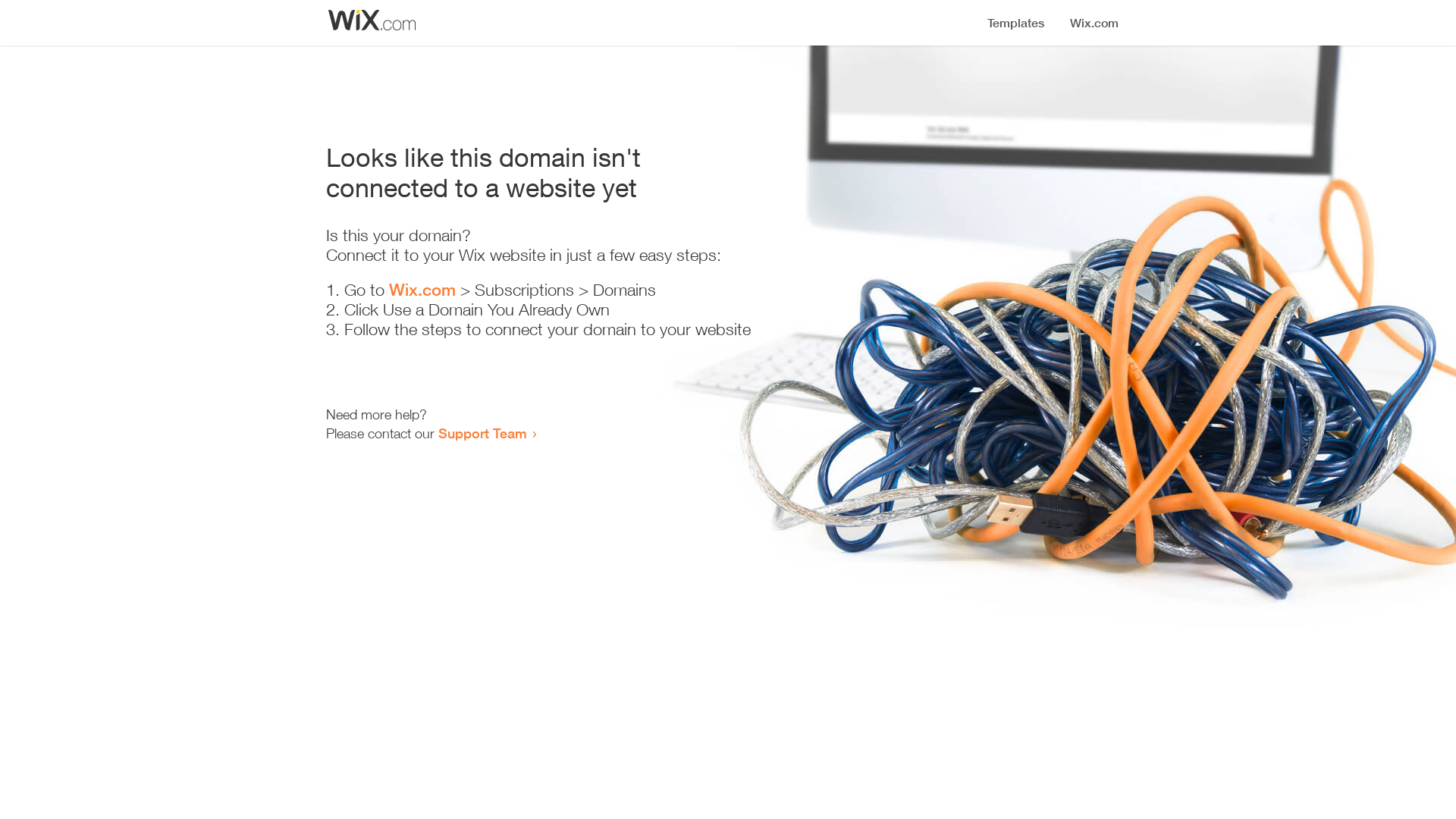 Image resolution: width=1456 pixels, height=819 pixels. Describe the element at coordinates (482, 432) in the screenshot. I see `'Support Team'` at that location.